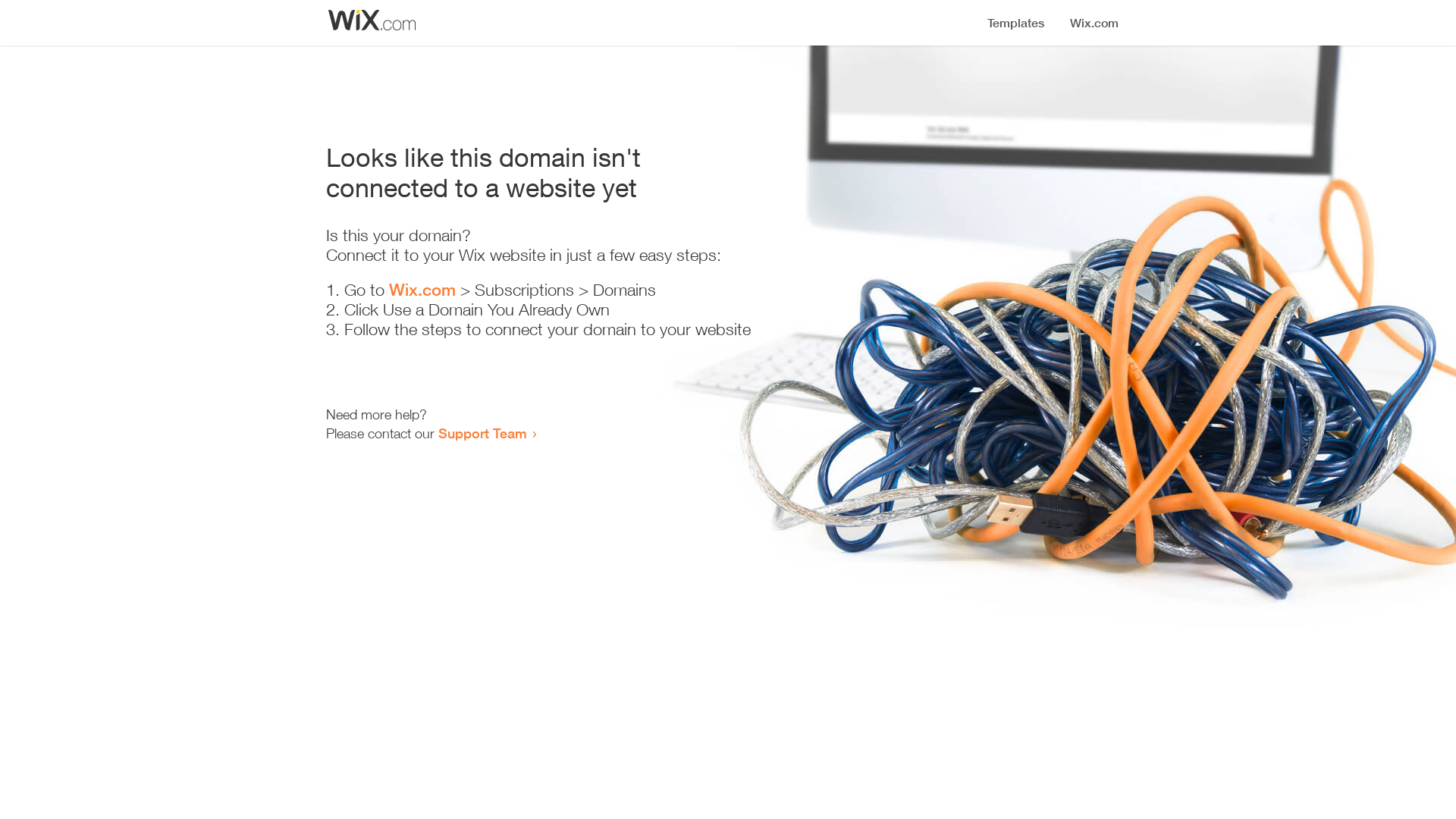 Image resolution: width=1456 pixels, height=819 pixels. Describe the element at coordinates (482, 432) in the screenshot. I see `'Support Team'` at that location.